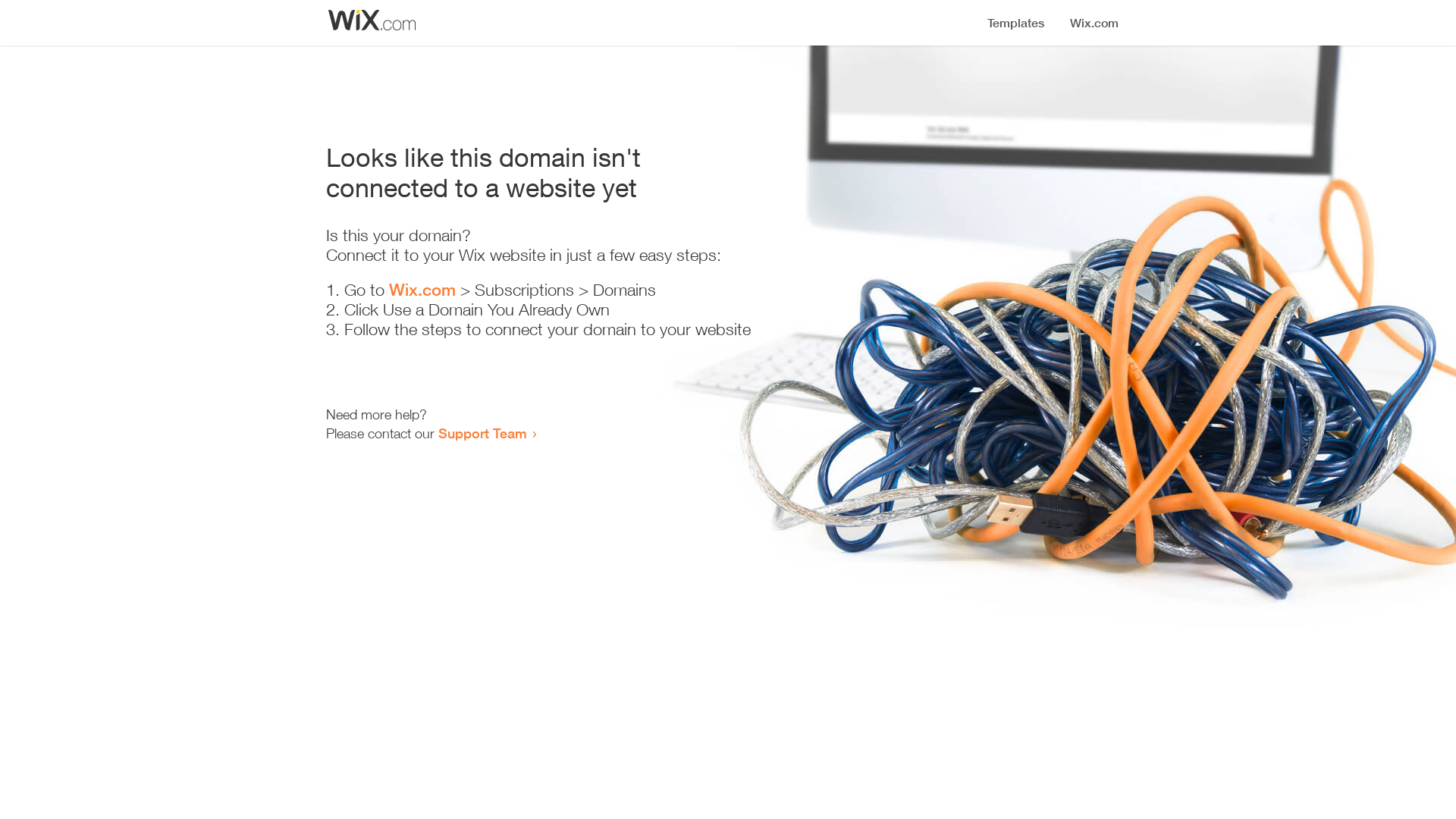 Image resolution: width=1456 pixels, height=819 pixels. Describe the element at coordinates (482, 432) in the screenshot. I see `'Support Team'` at that location.